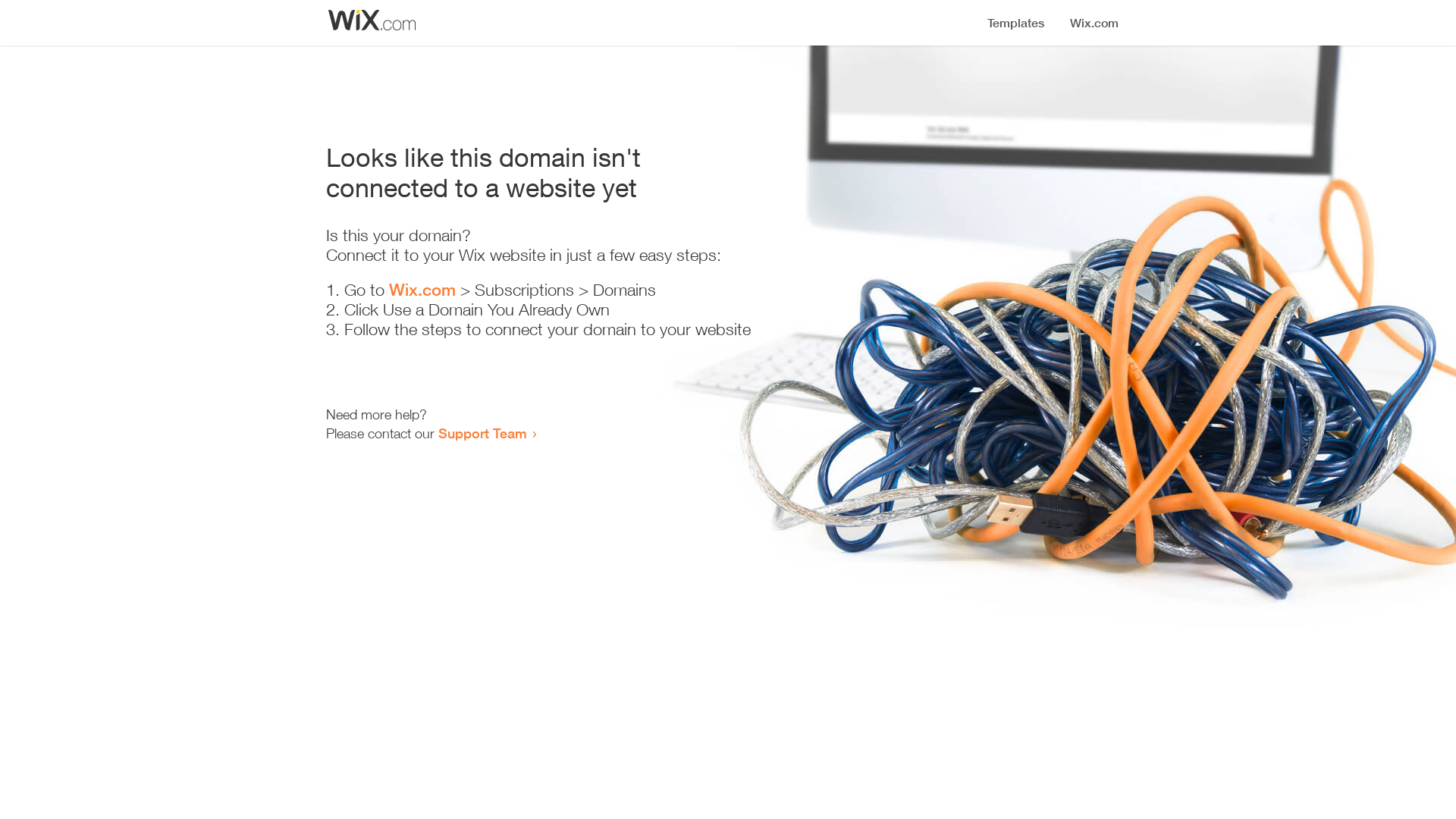 Image resolution: width=1456 pixels, height=819 pixels. Describe the element at coordinates (482, 432) in the screenshot. I see `'Support Team'` at that location.